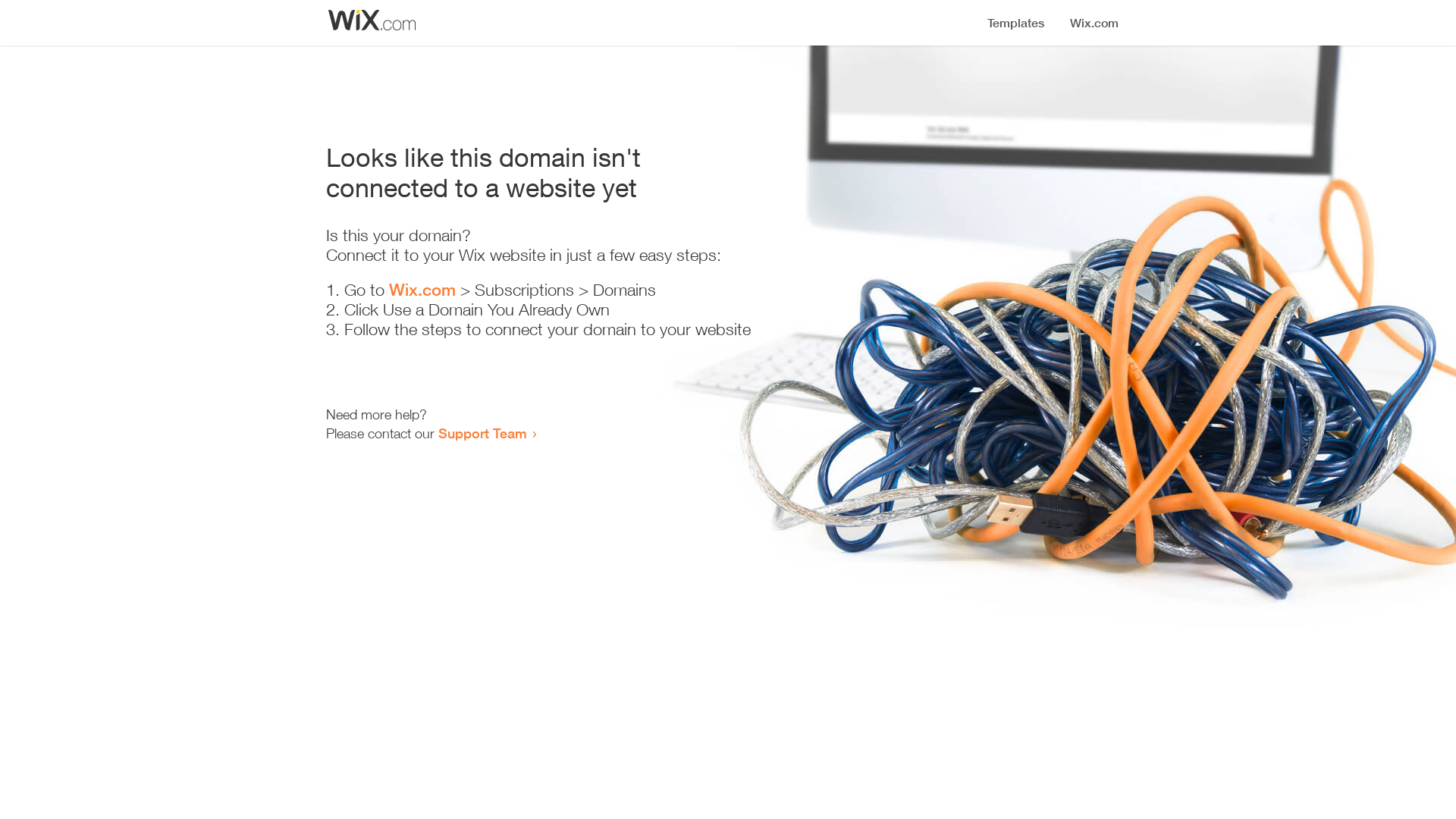 Image resolution: width=1456 pixels, height=819 pixels. Describe the element at coordinates (482, 432) in the screenshot. I see `'Support Team'` at that location.